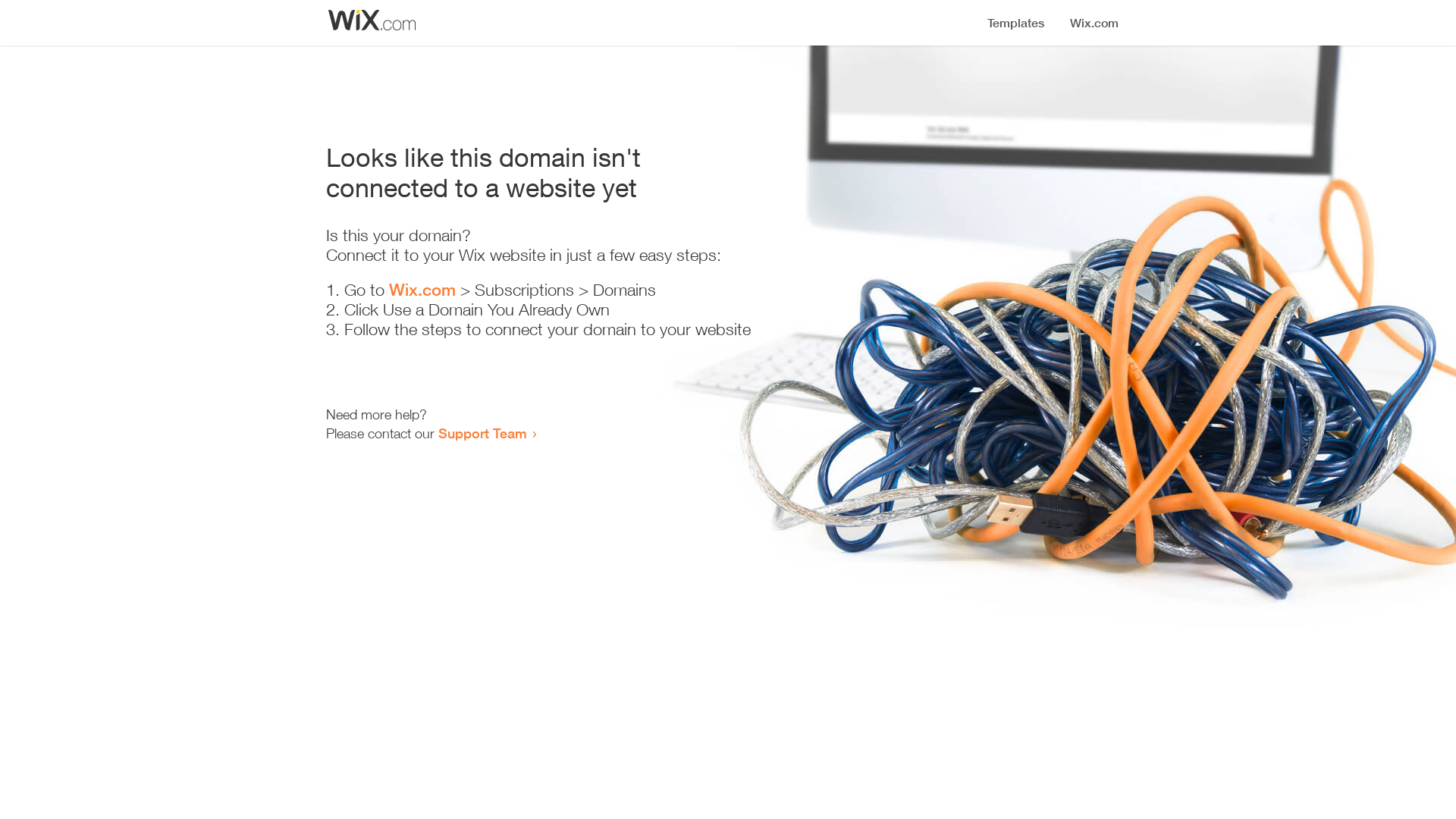 Image resolution: width=1456 pixels, height=819 pixels. Describe the element at coordinates (482, 432) in the screenshot. I see `'Support Team'` at that location.